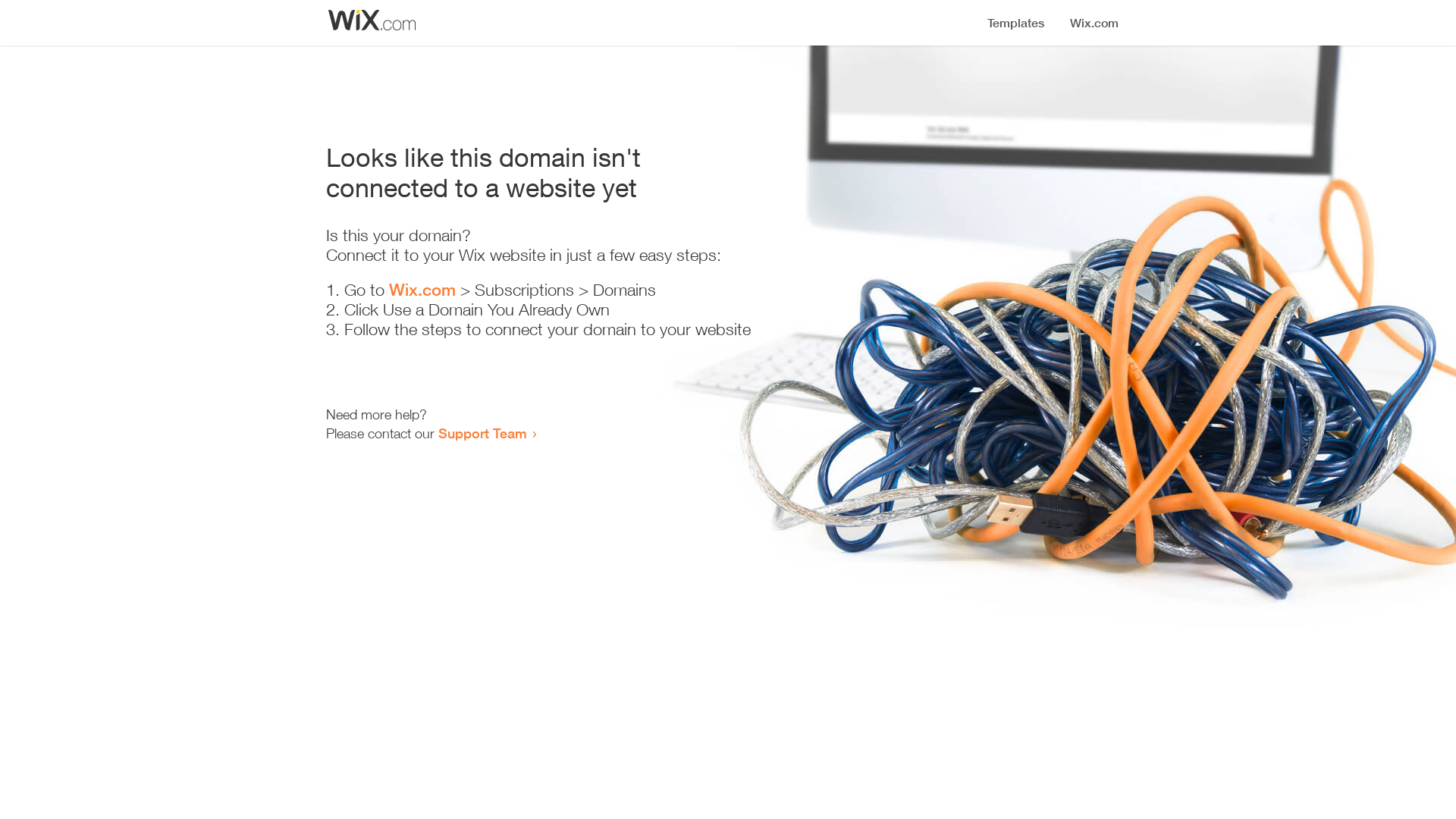 Image resolution: width=1456 pixels, height=819 pixels. Describe the element at coordinates (482, 432) in the screenshot. I see `'Support Team'` at that location.